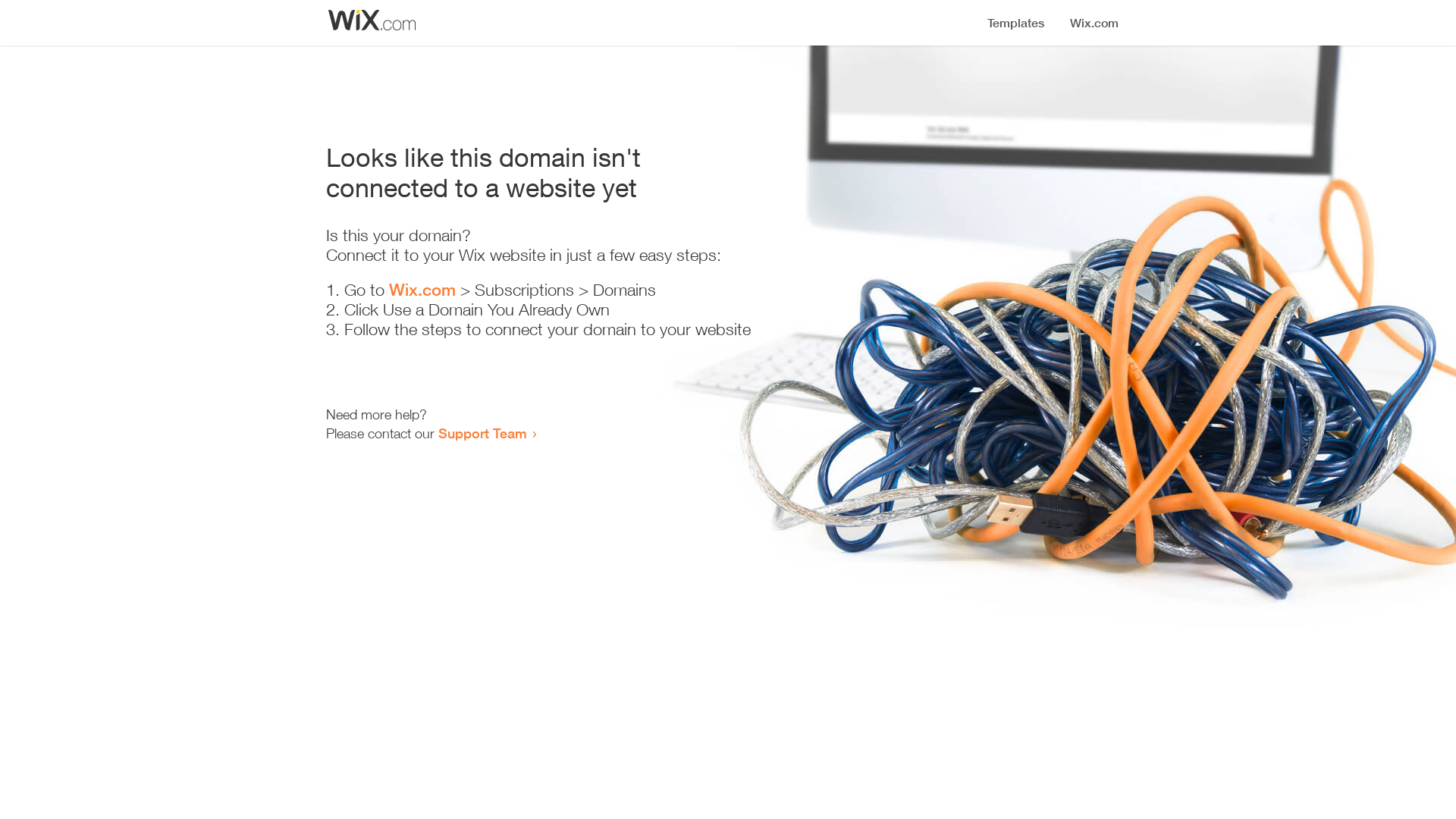 Image resolution: width=1456 pixels, height=819 pixels. Describe the element at coordinates (482, 432) in the screenshot. I see `'Support Team'` at that location.